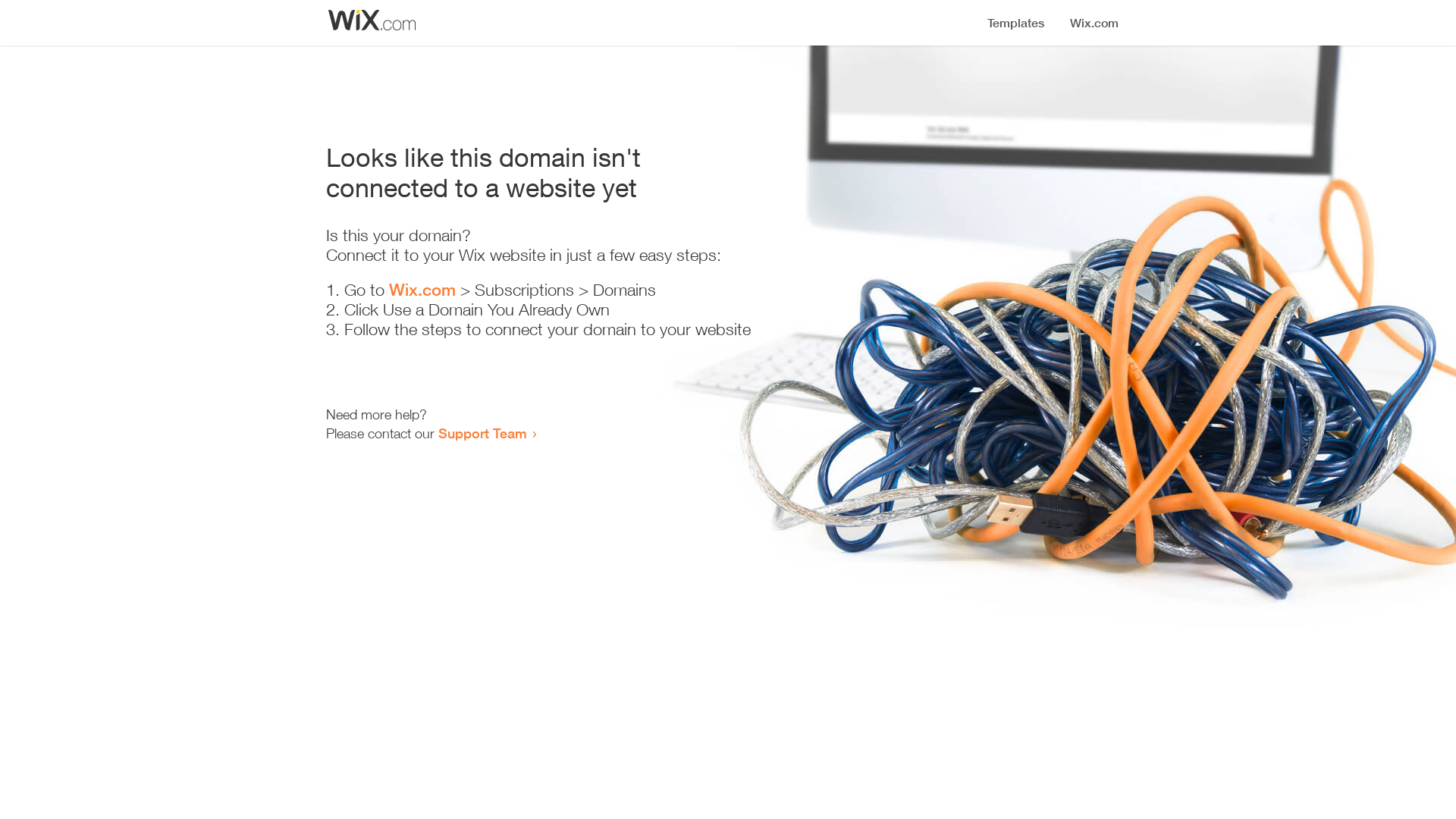 Image resolution: width=1456 pixels, height=819 pixels. Describe the element at coordinates (482, 432) in the screenshot. I see `'Support Team'` at that location.